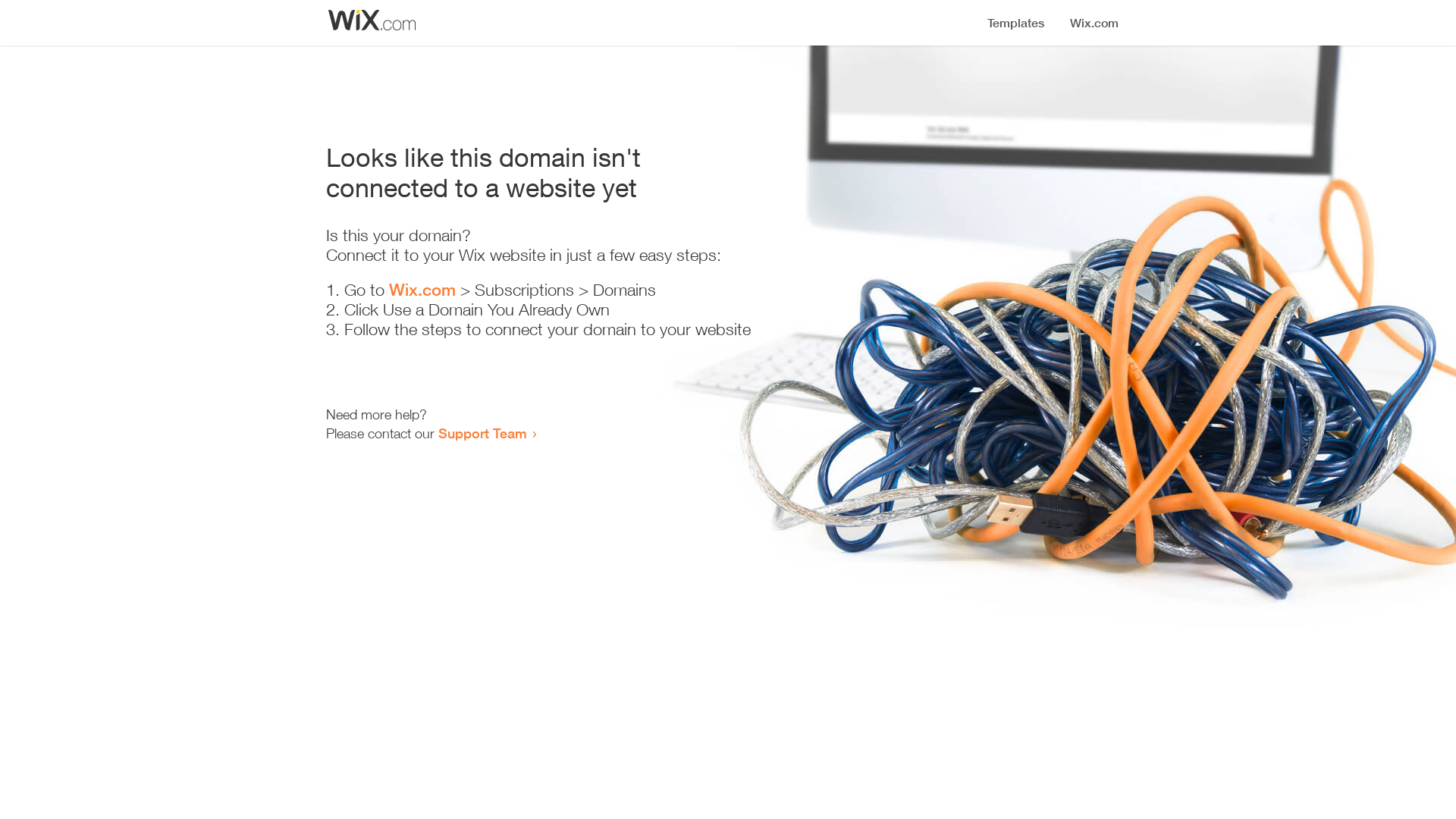 Image resolution: width=1456 pixels, height=819 pixels. Describe the element at coordinates (482, 432) in the screenshot. I see `'Support Team'` at that location.